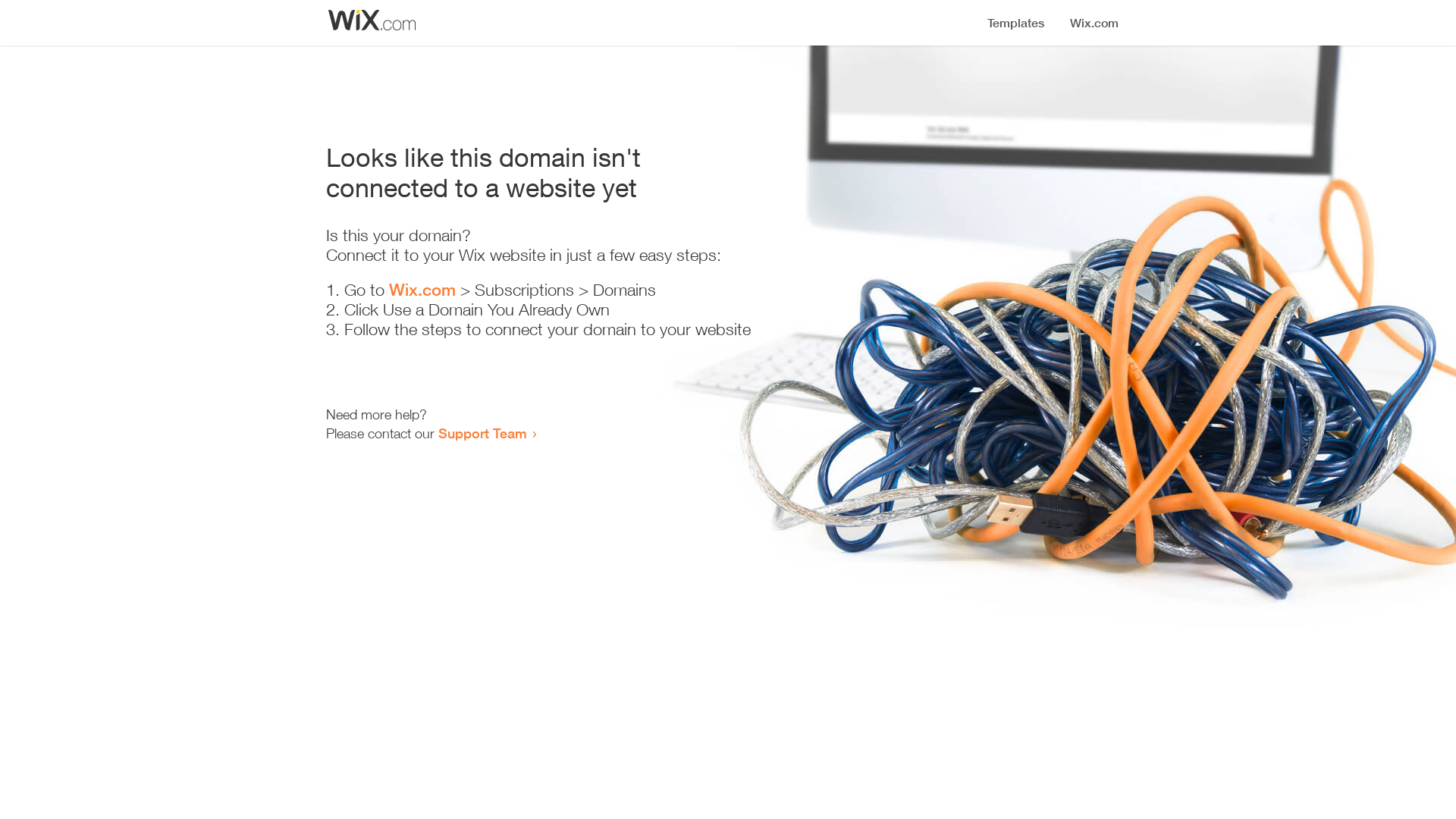 Image resolution: width=1456 pixels, height=819 pixels. Describe the element at coordinates (482, 432) in the screenshot. I see `'Support Team'` at that location.